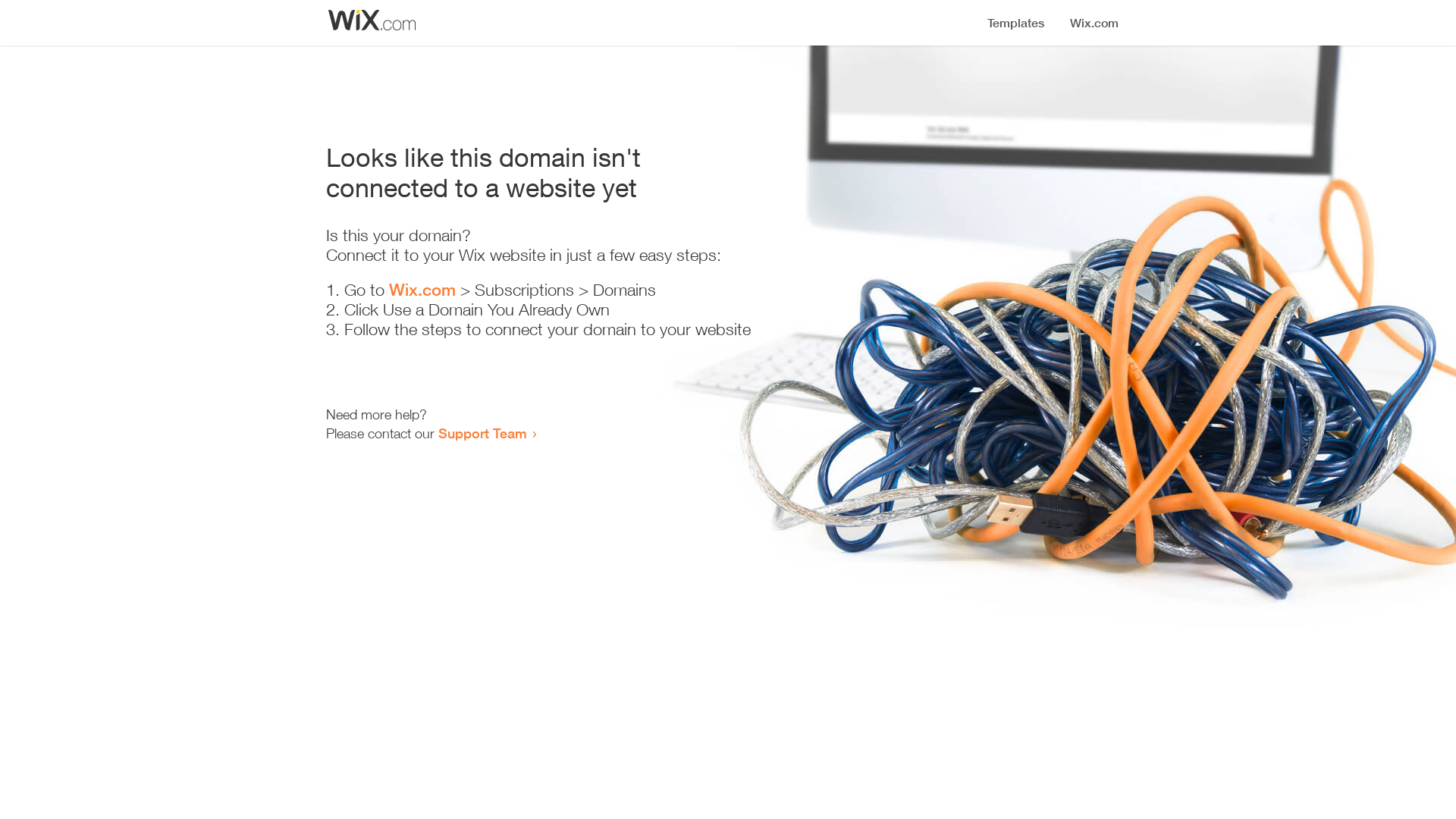 Image resolution: width=1456 pixels, height=819 pixels. Describe the element at coordinates (482, 432) in the screenshot. I see `'Support Team'` at that location.